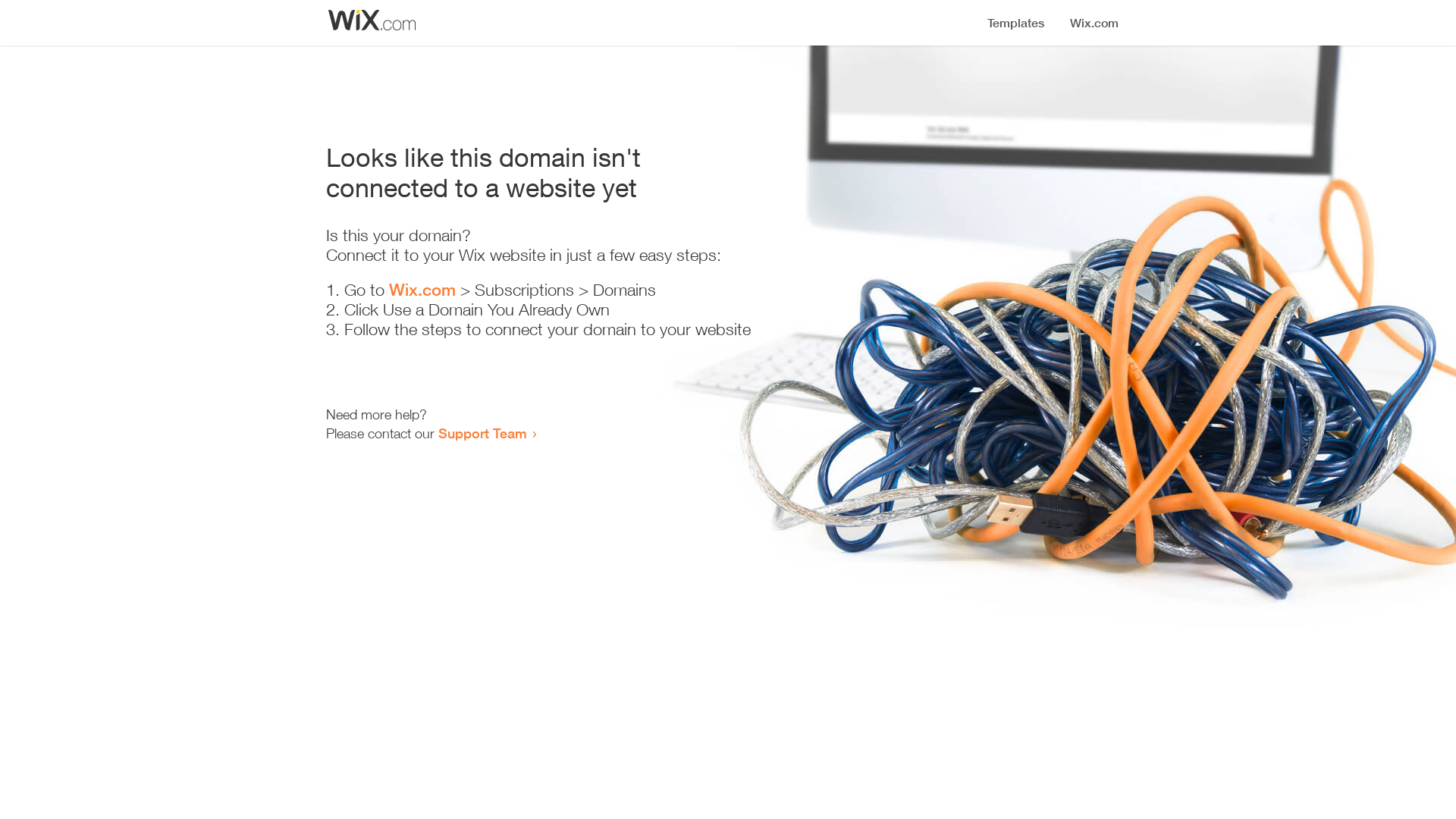 Image resolution: width=1456 pixels, height=819 pixels. Describe the element at coordinates (482, 432) in the screenshot. I see `'Support Team'` at that location.